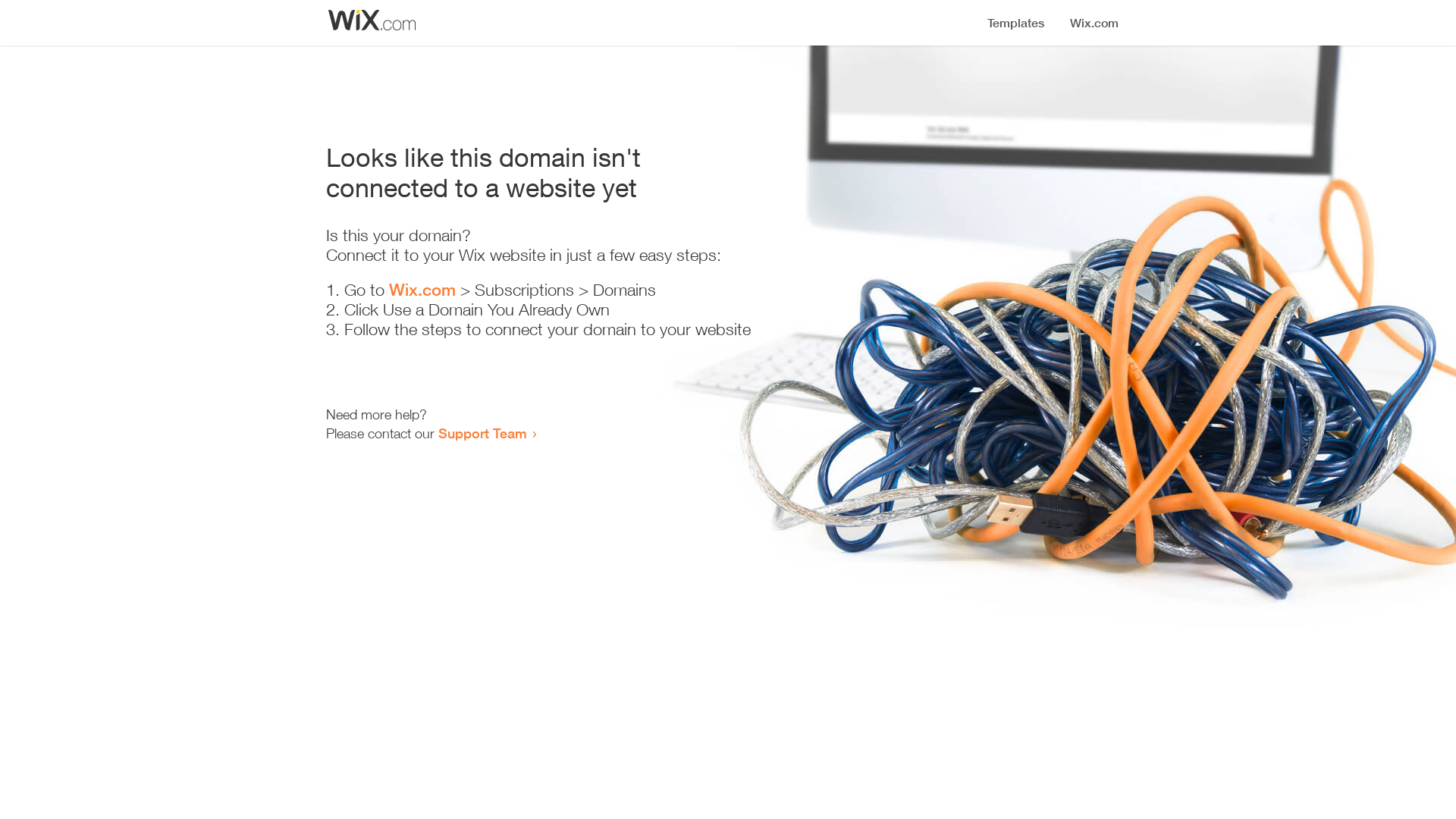 Image resolution: width=1456 pixels, height=819 pixels. Describe the element at coordinates (482, 432) in the screenshot. I see `'Support Team'` at that location.